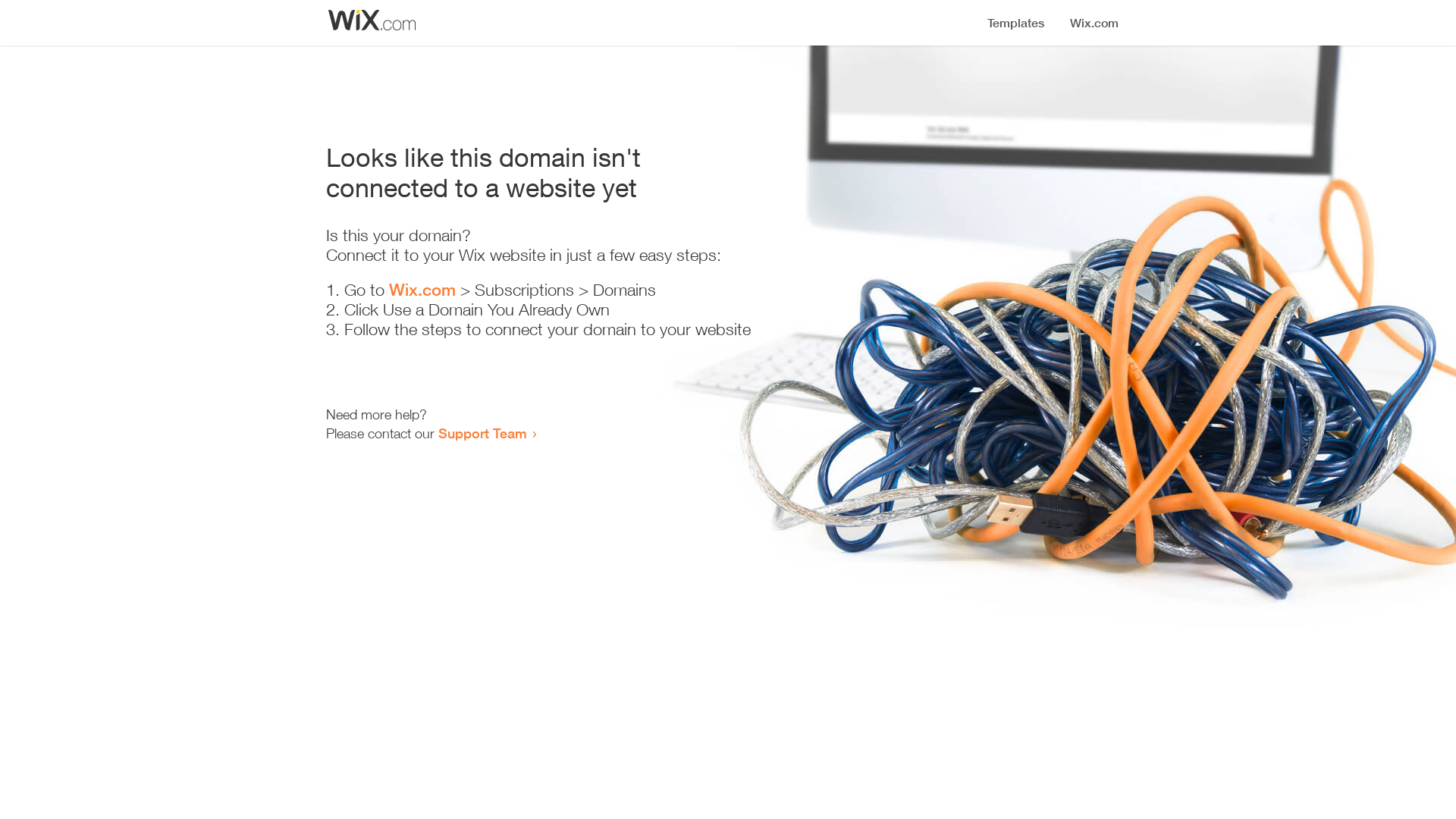 Image resolution: width=1456 pixels, height=819 pixels. Describe the element at coordinates (482, 432) in the screenshot. I see `'Support Team'` at that location.